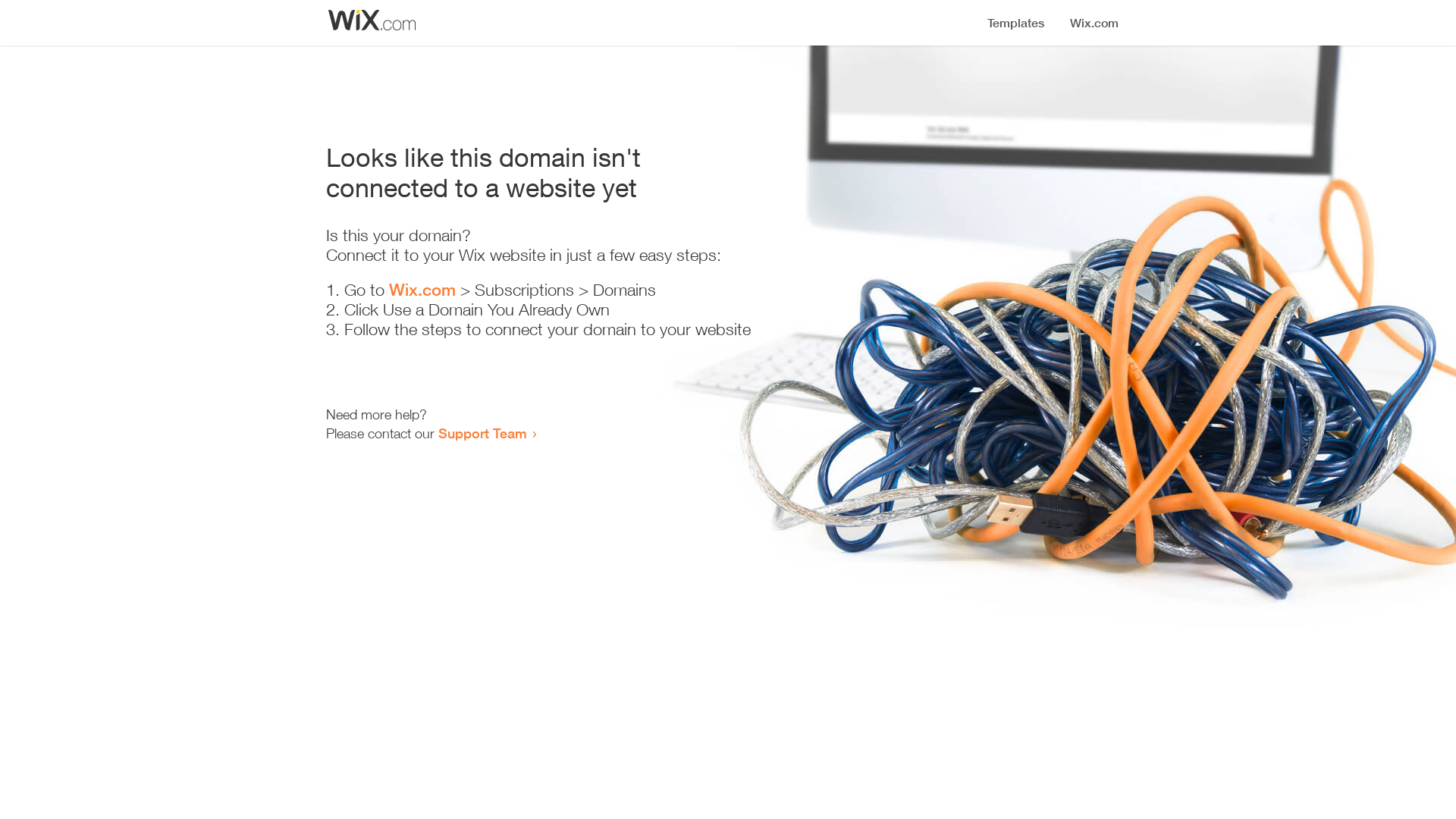 Image resolution: width=1456 pixels, height=819 pixels. Describe the element at coordinates (482, 432) in the screenshot. I see `'Support Team'` at that location.